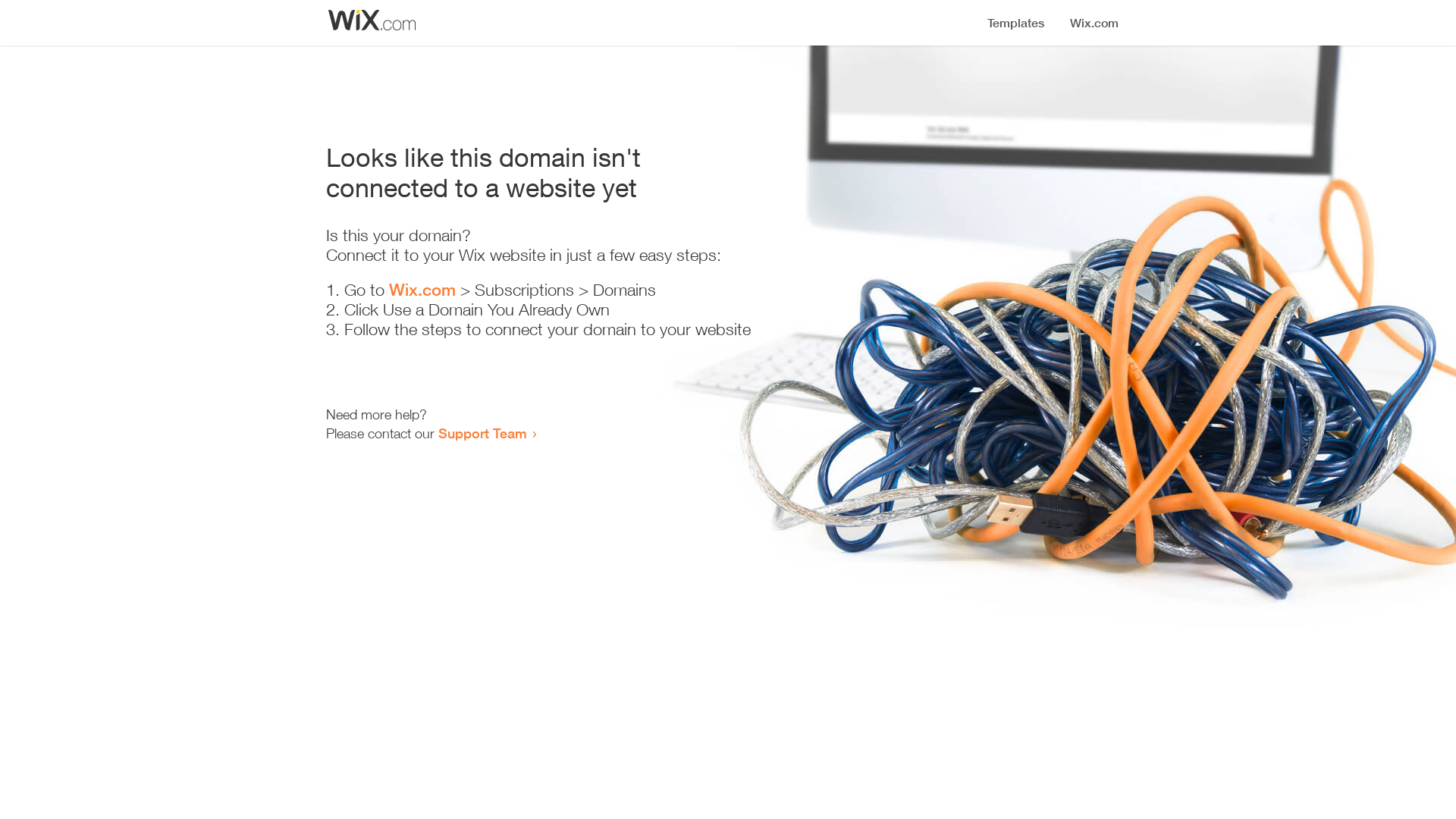 Image resolution: width=1456 pixels, height=819 pixels. Describe the element at coordinates (482, 432) in the screenshot. I see `'Support Team'` at that location.